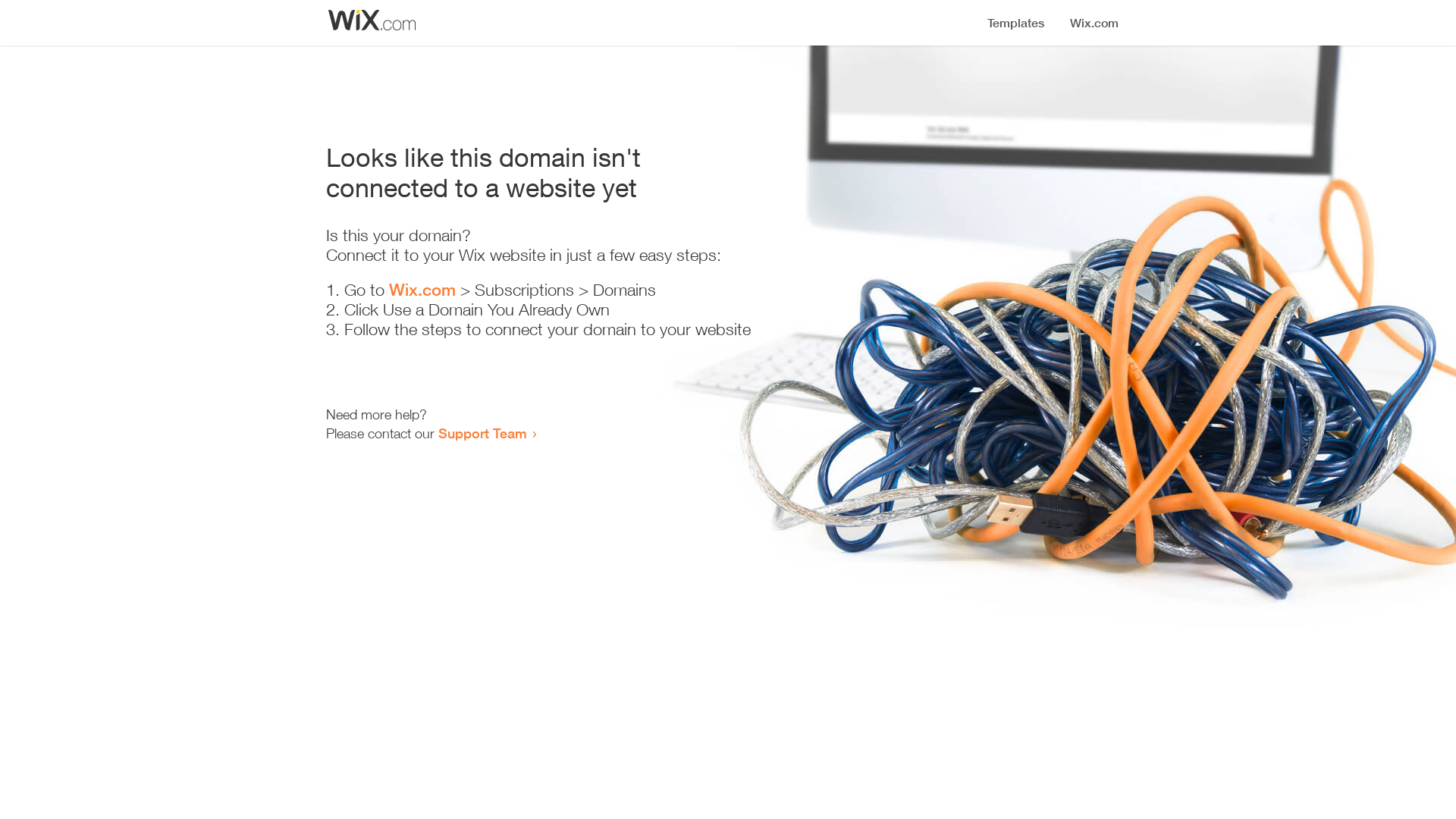 Image resolution: width=1456 pixels, height=819 pixels. Describe the element at coordinates (482, 432) in the screenshot. I see `'Support Team'` at that location.